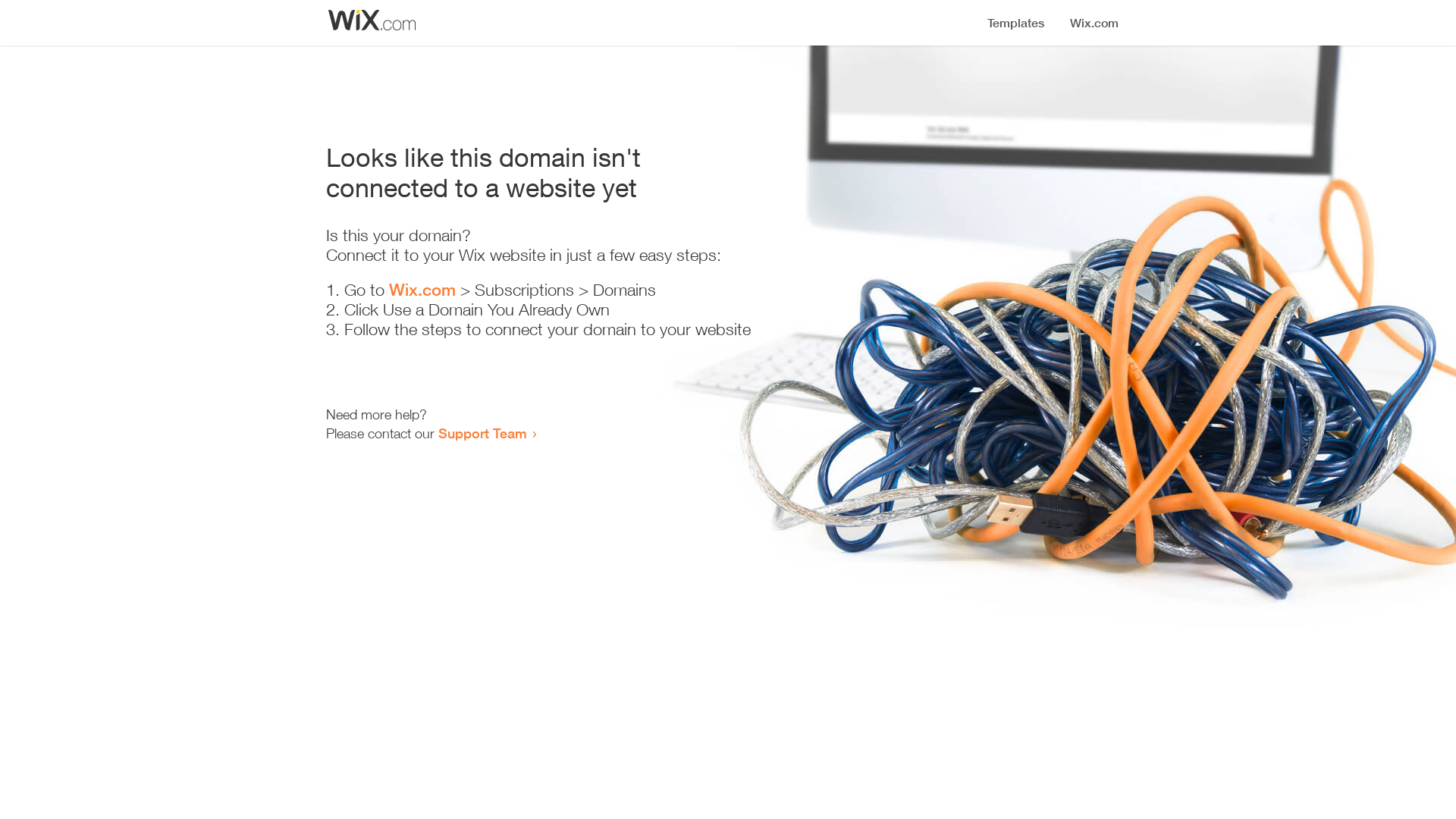 Image resolution: width=1456 pixels, height=819 pixels. Describe the element at coordinates (482, 432) in the screenshot. I see `'Support Team'` at that location.